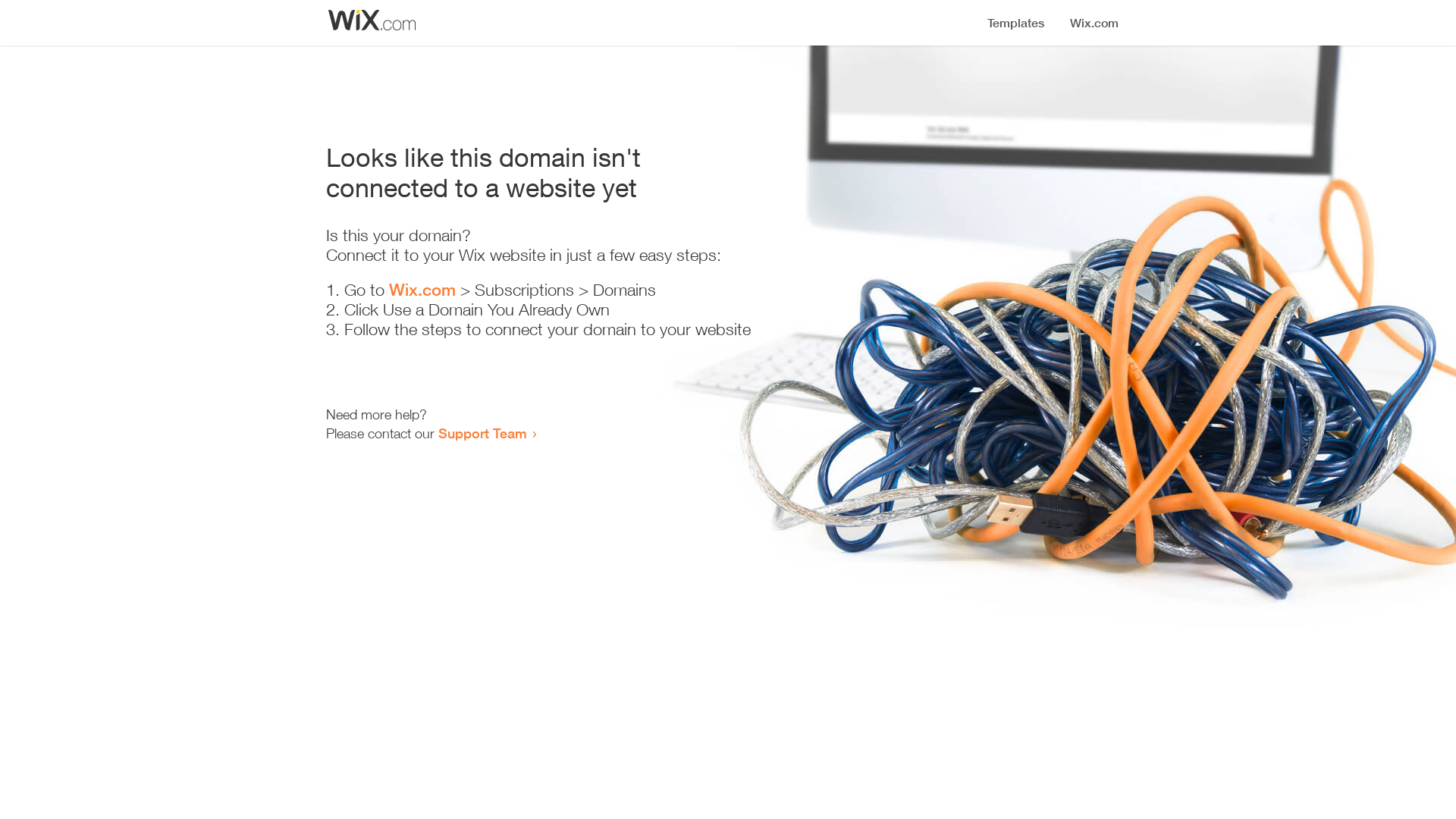 Image resolution: width=1456 pixels, height=819 pixels. Describe the element at coordinates (482, 432) in the screenshot. I see `'Support Team'` at that location.